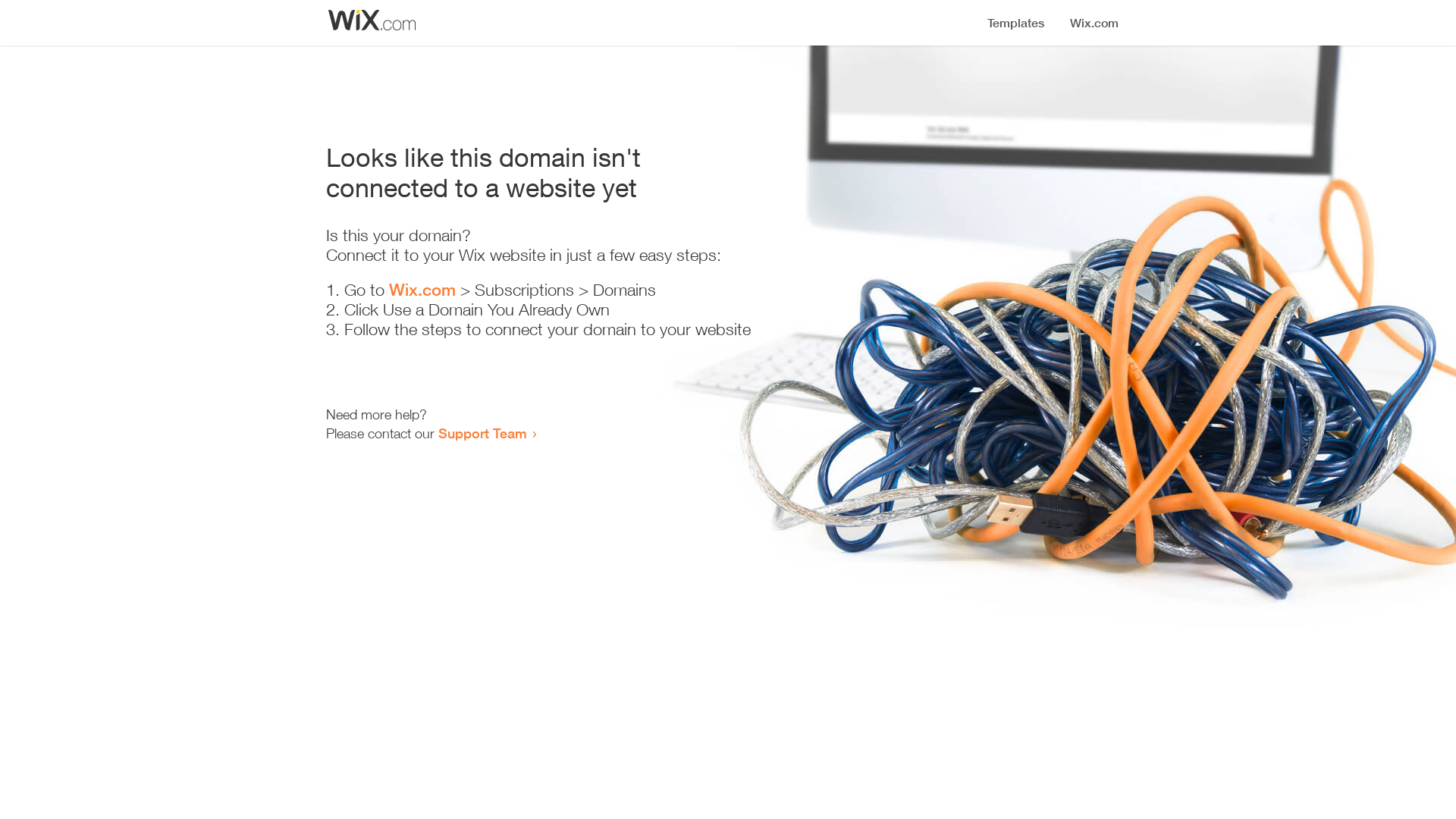 Image resolution: width=1456 pixels, height=819 pixels. Describe the element at coordinates (482, 432) in the screenshot. I see `'Support Team'` at that location.